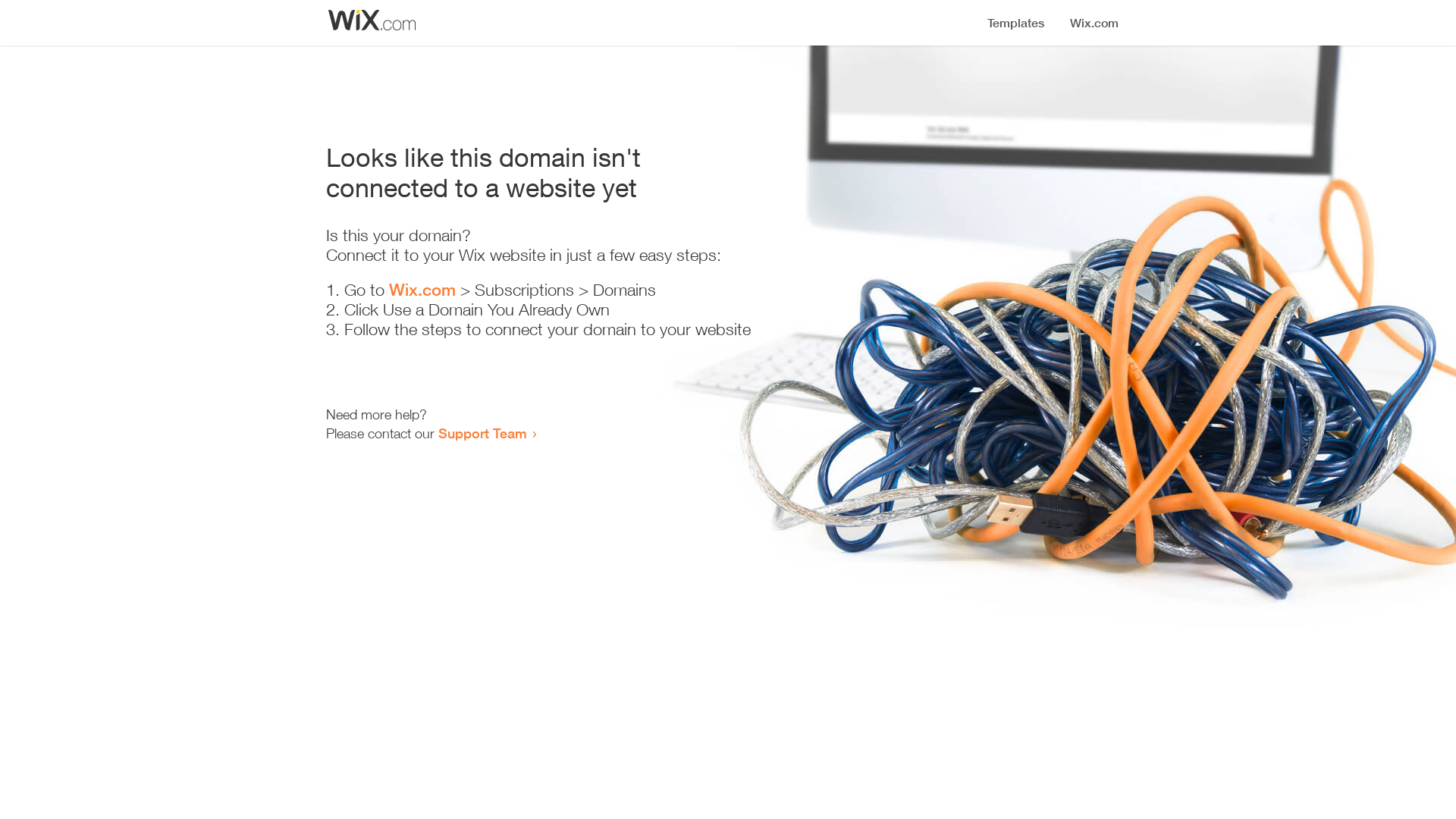 Image resolution: width=1456 pixels, height=819 pixels. Describe the element at coordinates (482, 432) in the screenshot. I see `'Support Team'` at that location.